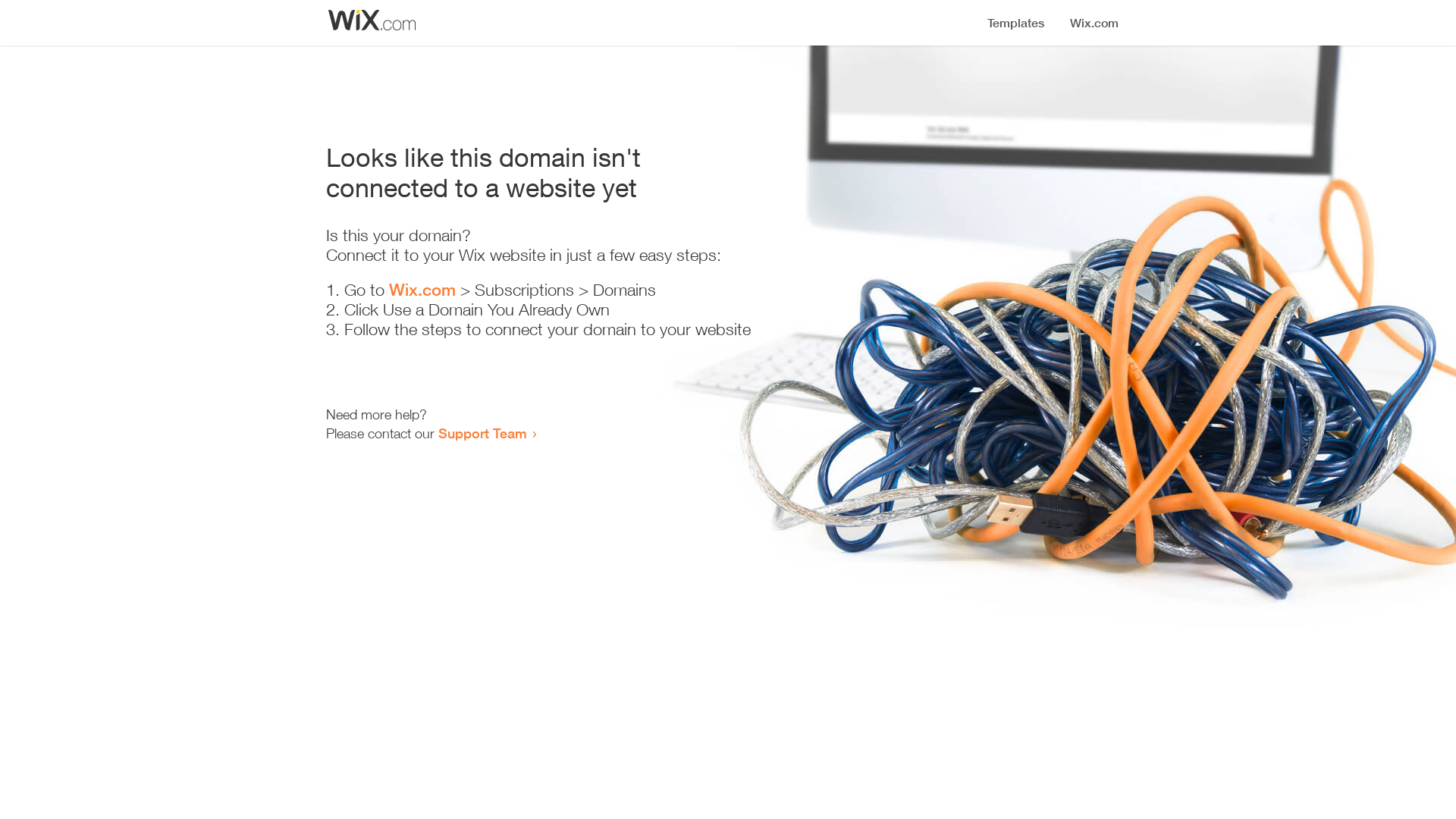 Image resolution: width=1456 pixels, height=819 pixels. Describe the element at coordinates (482, 432) in the screenshot. I see `'Support Team'` at that location.